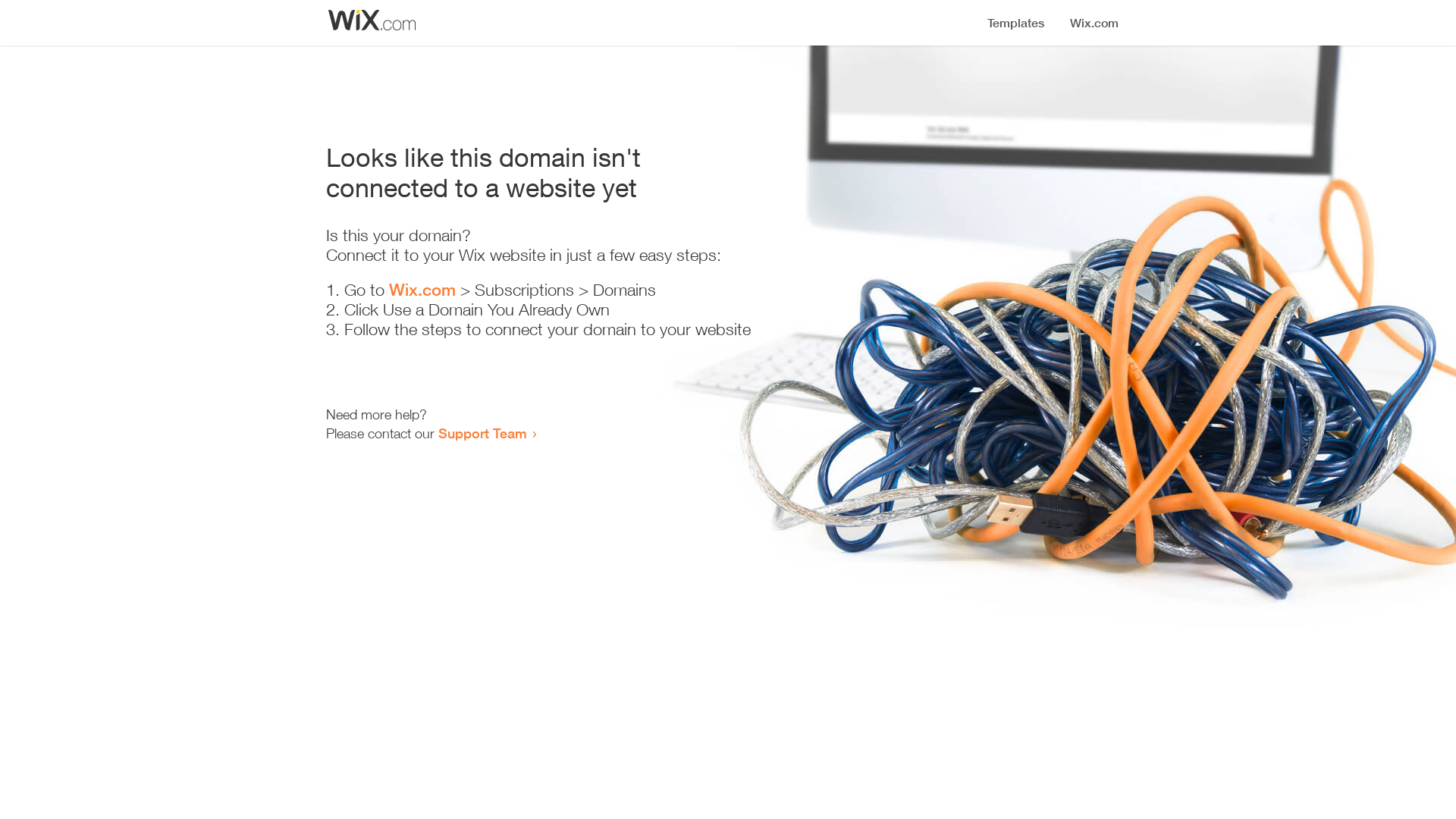 Image resolution: width=1456 pixels, height=819 pixels. Describe the element at coordinates (482, 432) in the screenshot. I see `'Support Team'` at that location.